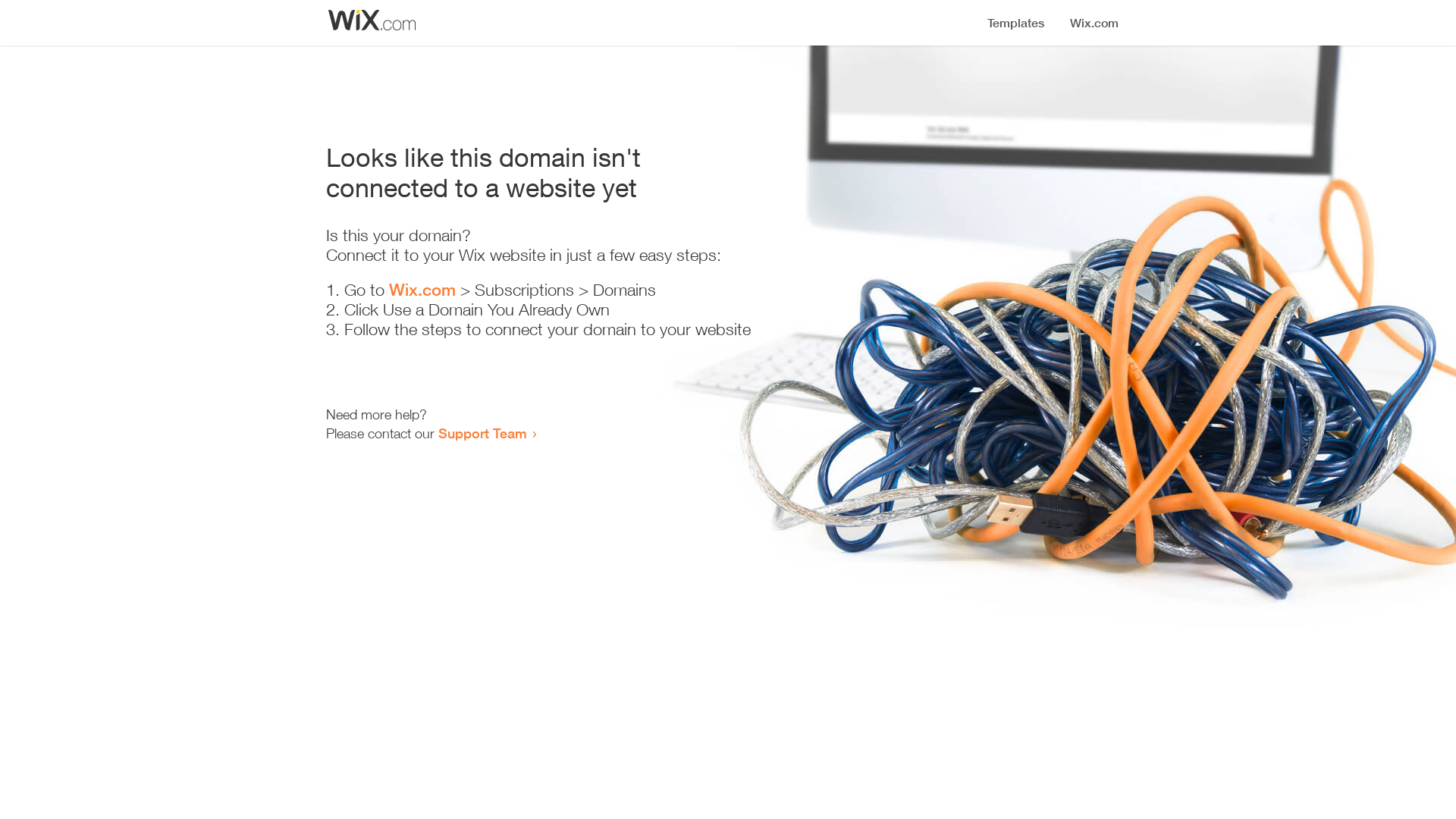 Image resolution: width=1456 pixels, height=819 pixels. Describe the element at coordinates (482, 432) in the screenshot. I see `'Support Team'` at that location.